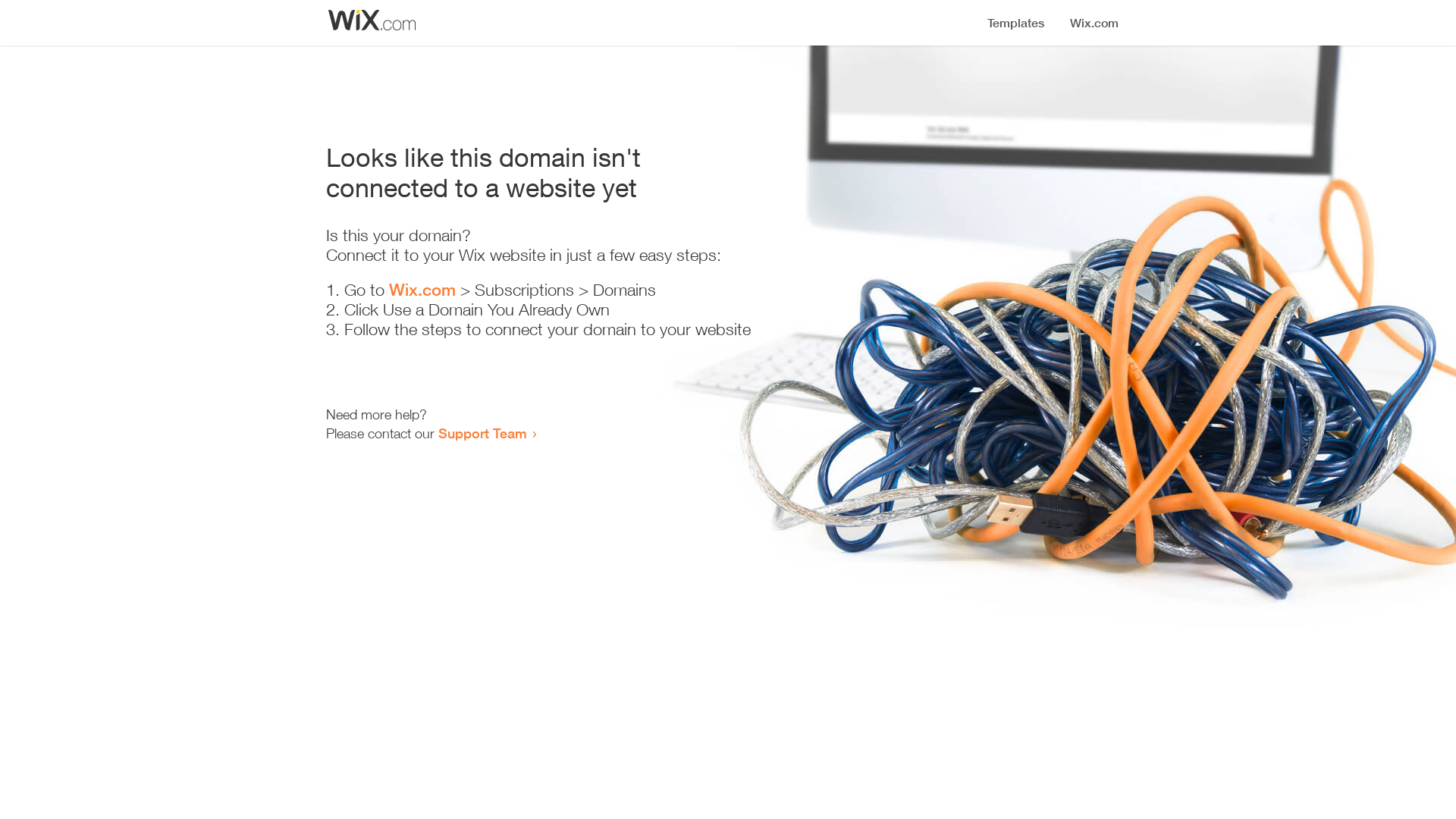 Image resolution: width=1456 pixels, height=819 pixels. Describe the element at coordinates (482, 432) in the screenshot. I see `'Support Team'` at that location.